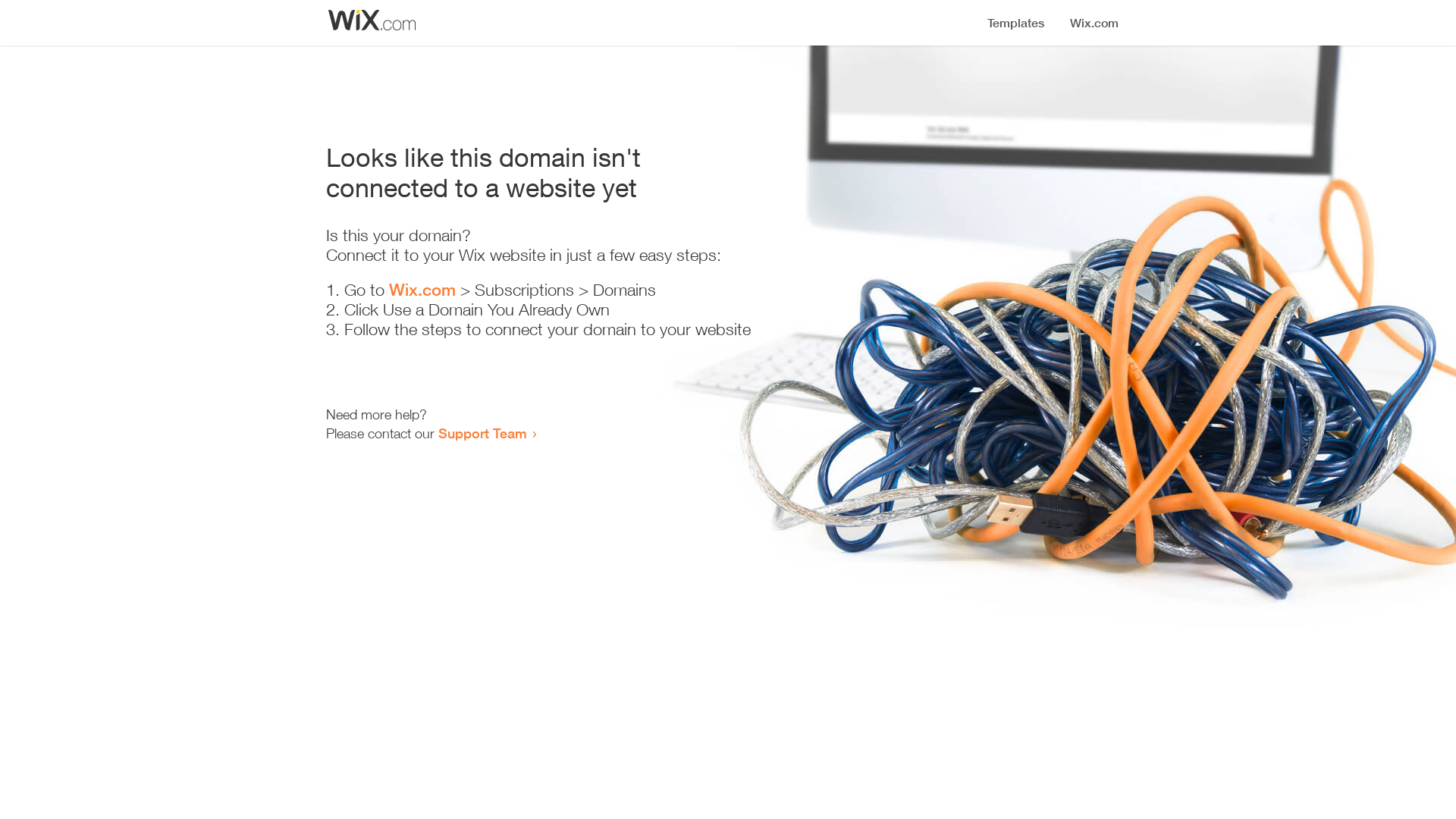 Image resolution: width=1456 pixels, height=819 pixels. Describe the element at coordinates (482, 432) in the screenshot. I see `'Support Team'` at that location.